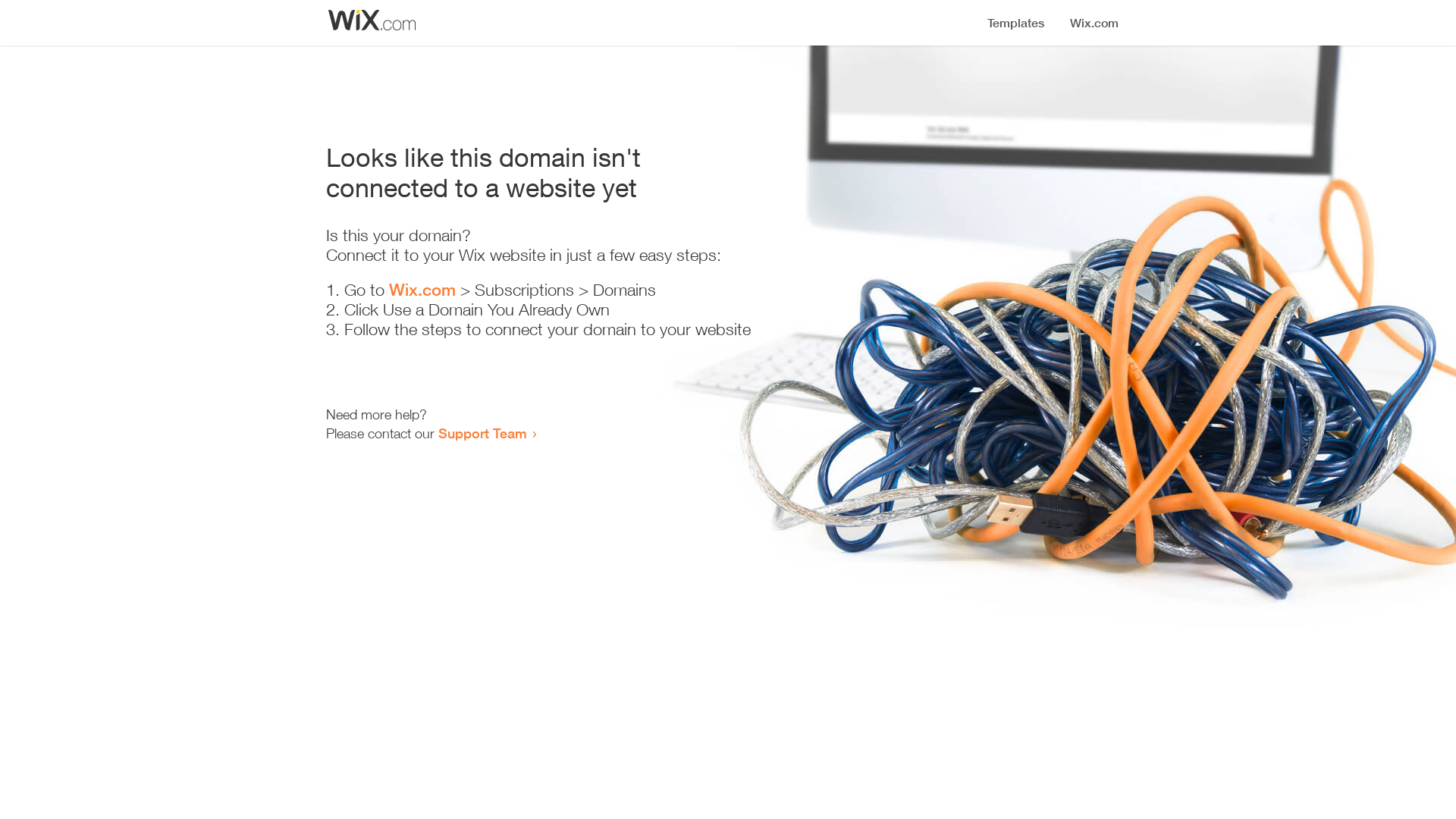 Image resolution: width=1456 pixels, height=819 pixels. Describe the element at coordinates (482, 432) in the screenshot. I see `'Support Team'` at that location.